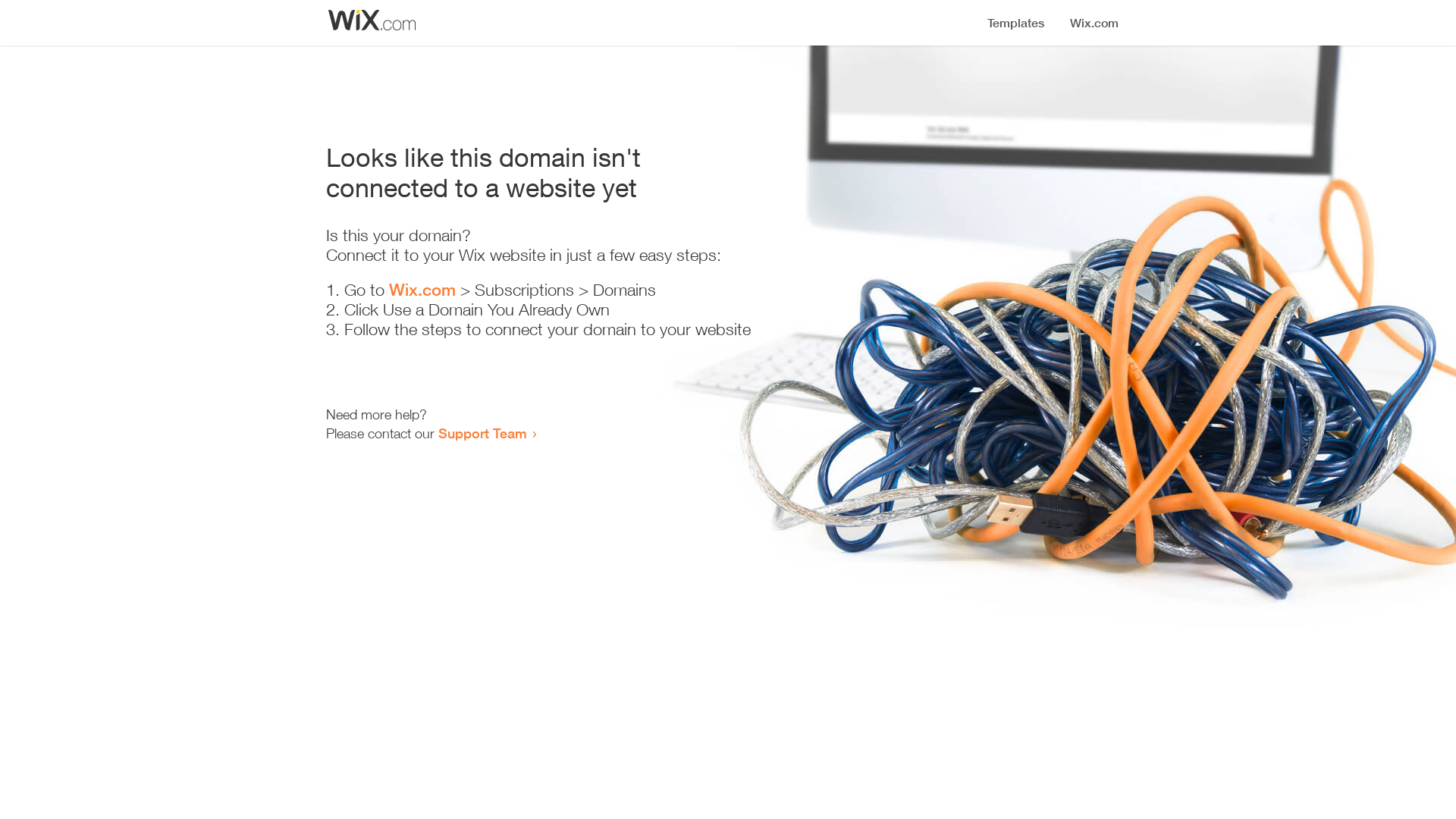 Image resolution: width=1456 pixels, height=819 pixels. Describe the element at coordinates (482, 432) in the screenshot. I see `'Support Team'` at that location.